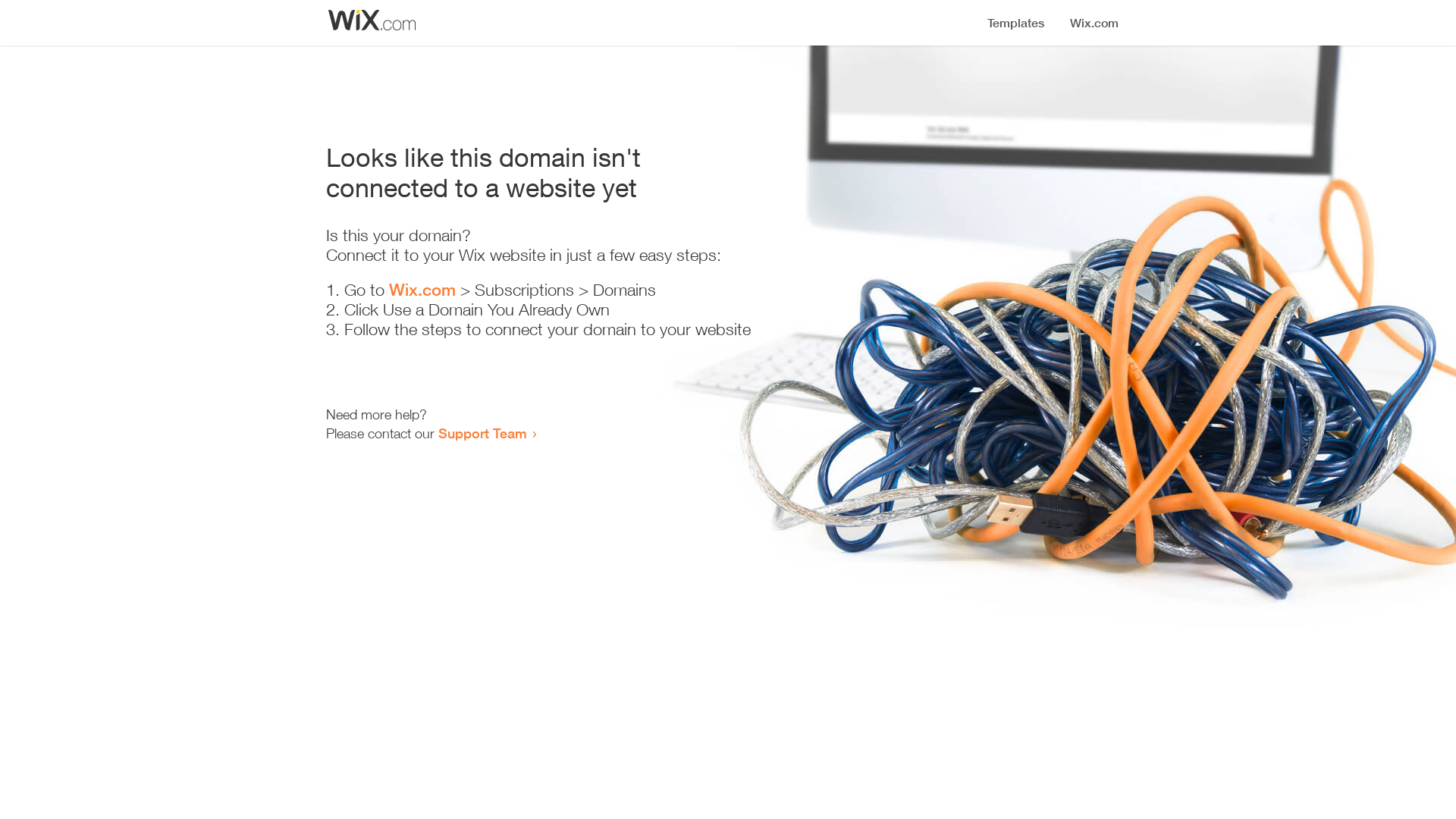 Image resolution: width=1456 pixels, height=819 pixels. Describe the element at coordinates (482, 432) in the screenshot. I see `'Support Team'` at that location.